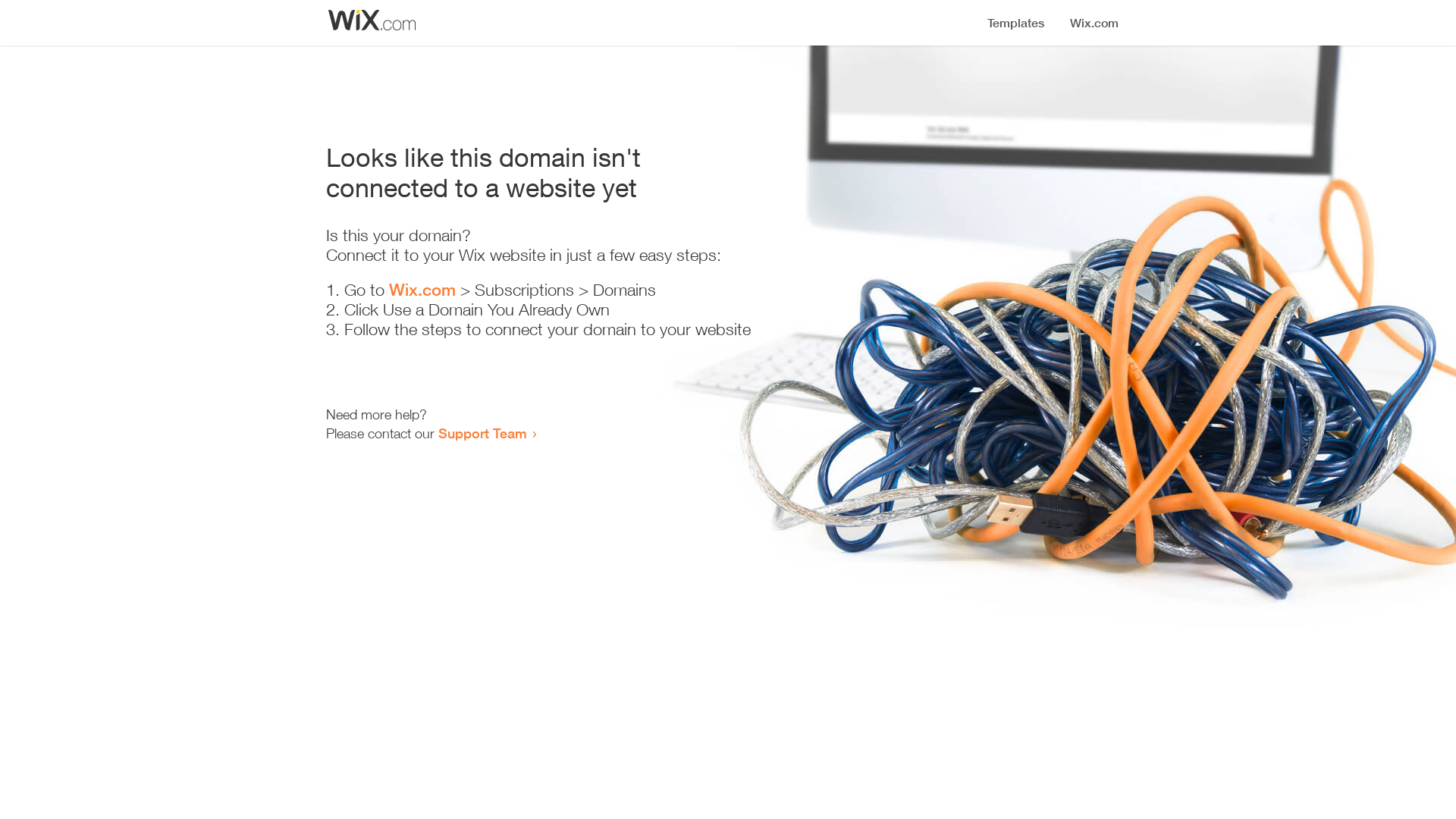 Image resolution: width=1456 pixels, height=819 pixels. Describe the element at coordinates (482, 432) in the screenshot. I see `'Support Team'` at that location.